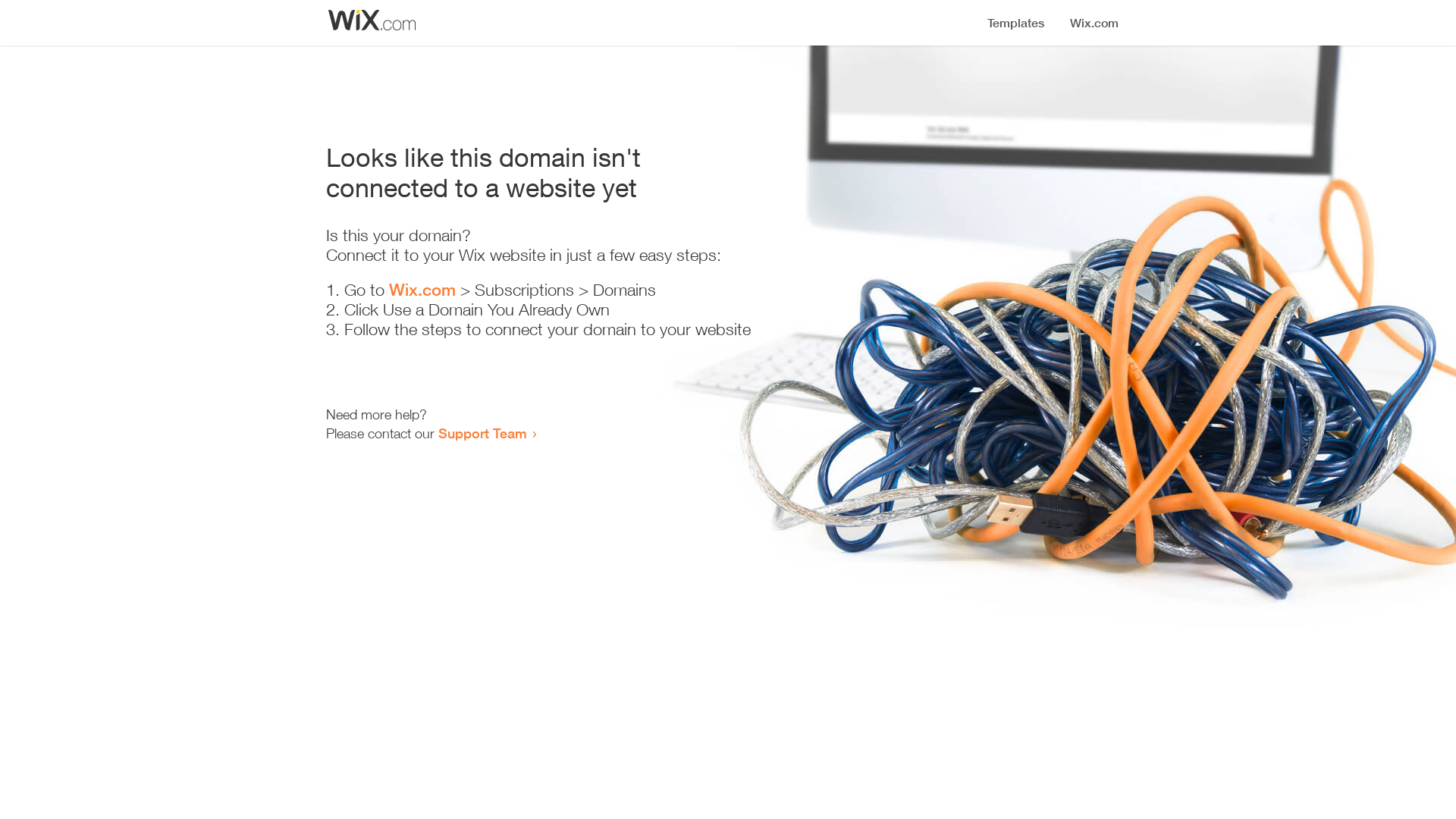 Image resolution: width=1456 pixels, height=819 pixels. Describe the element at coordinates (482, 432) in the screenshot. I see `'Support Team'` at that location.